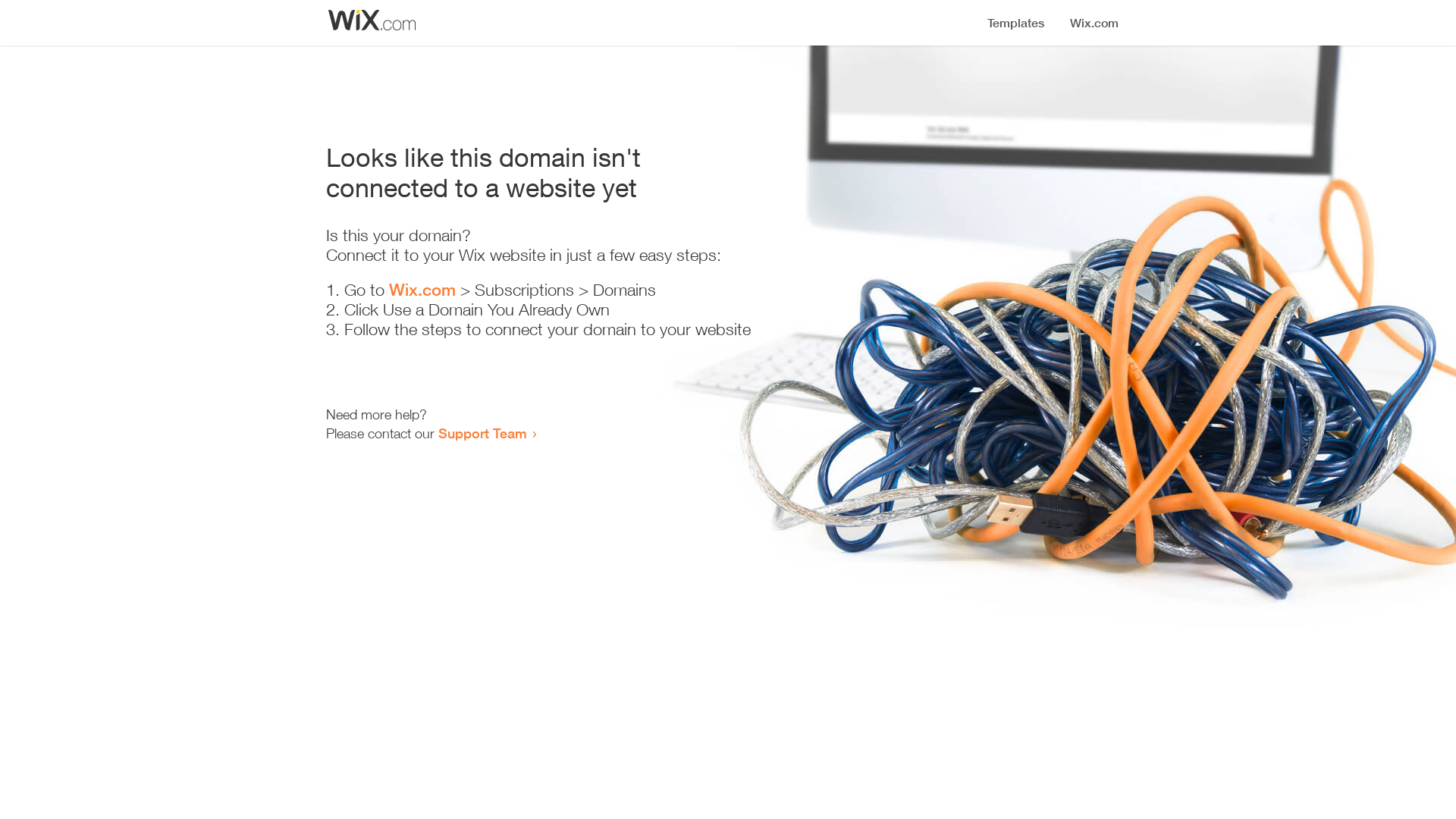 Image resolution: width=1456 pixels, height=819 pixels. Describe the element at coordinates (482, 432) in the screenshot. I see `'Support Team'` at that location.